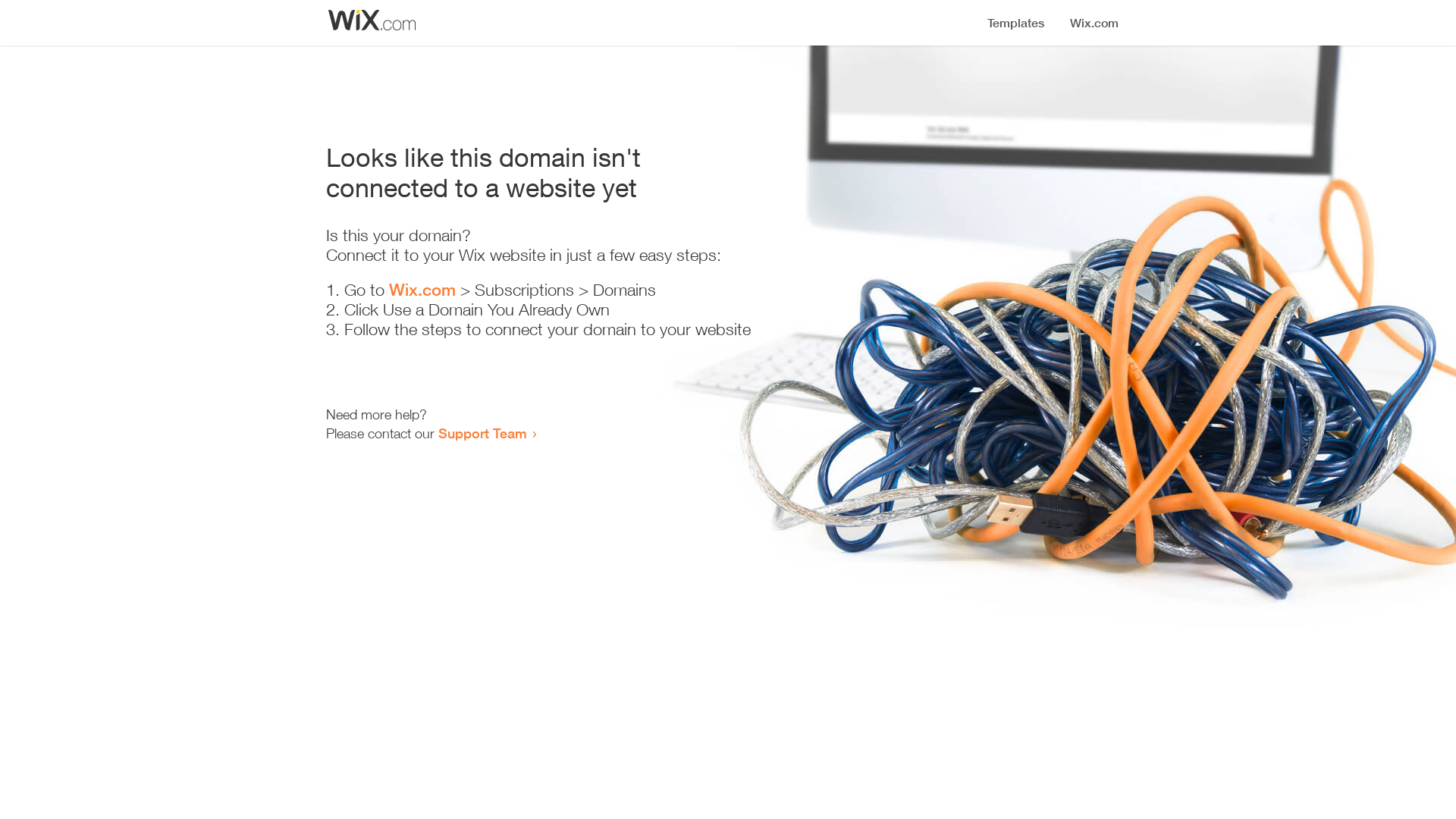 Image resolution: width=1456 pixels, height=819 pixels. Describe the element at coordinates (482, 432) in the screenshot. I see `'Support Team'` at that location.